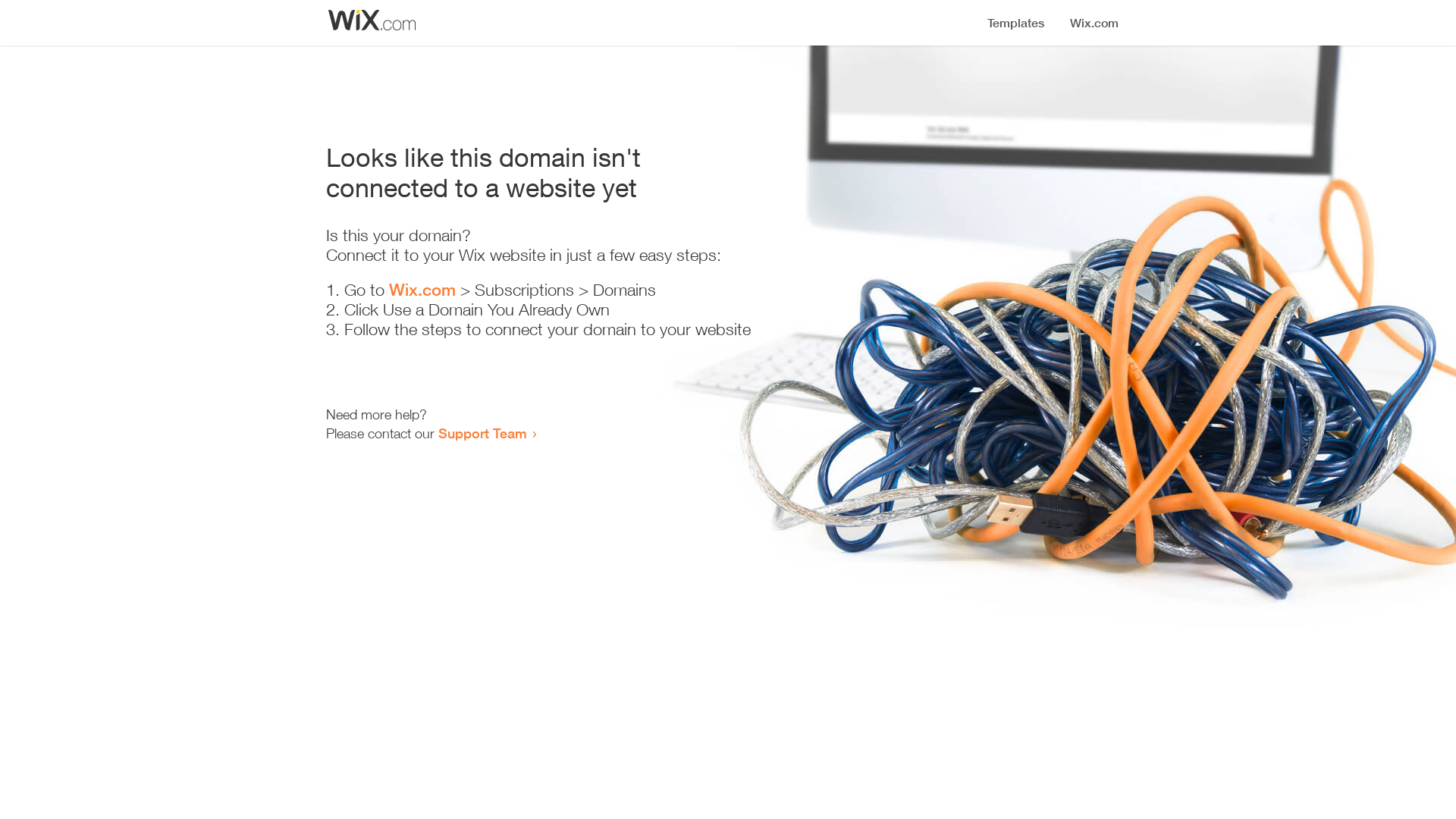 Image resolution: width=1456 pixels, height=819 pixels. Describe the element at coordinates (482, 432) in the screenshot. I see `'Support Team'` at that location.